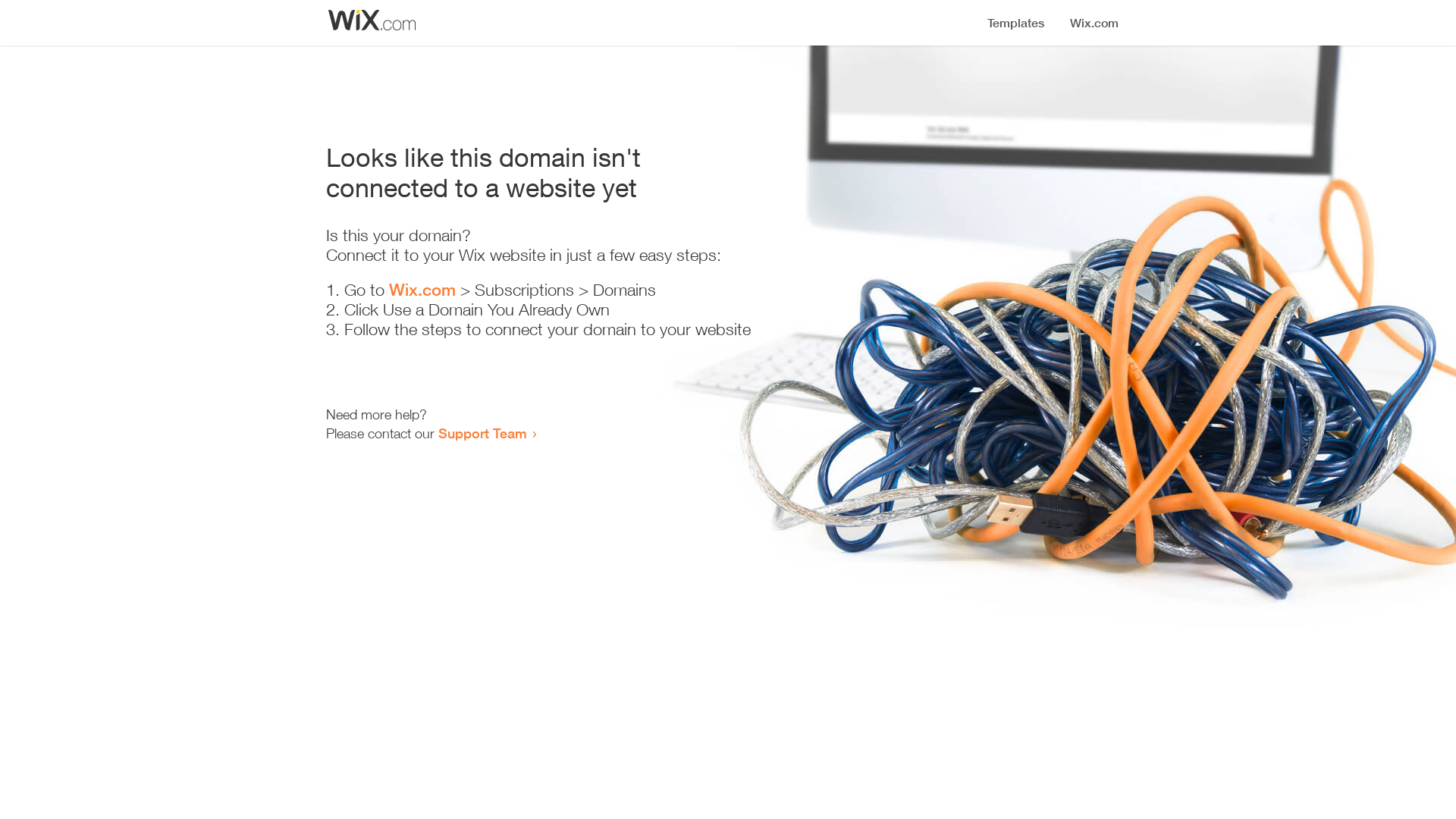 Image resolution: width=1456 pixels, height=819 pixels. Describe the element at coordinates (482, 432) in the screenshot. I see `'Support Team'` at that location.